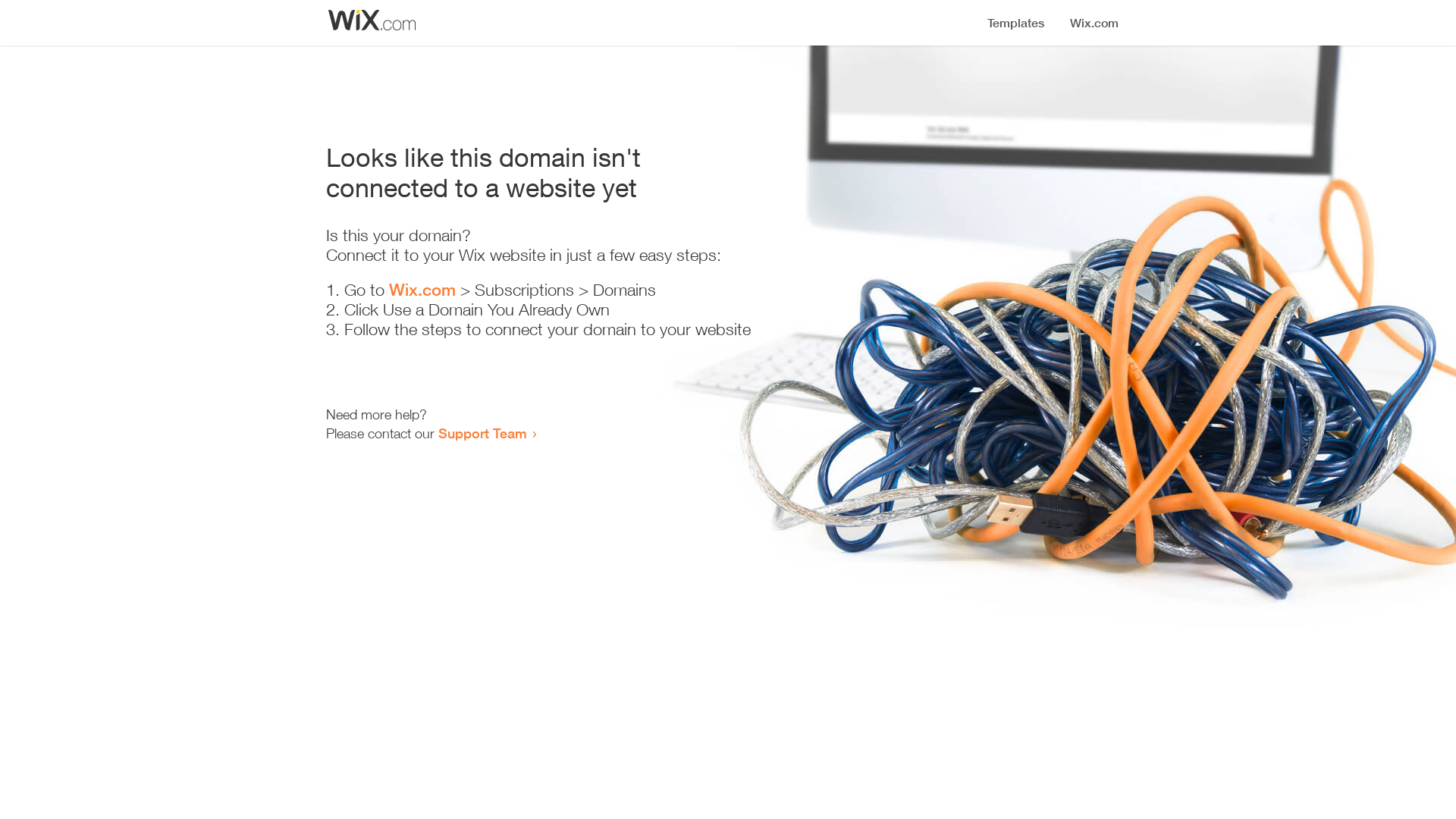 Image resolution: width=1456 pixels, height=819 pixels. Describe the element at coordinates (482, 432) in the screenshot. I see `'Support Team'` at that location.